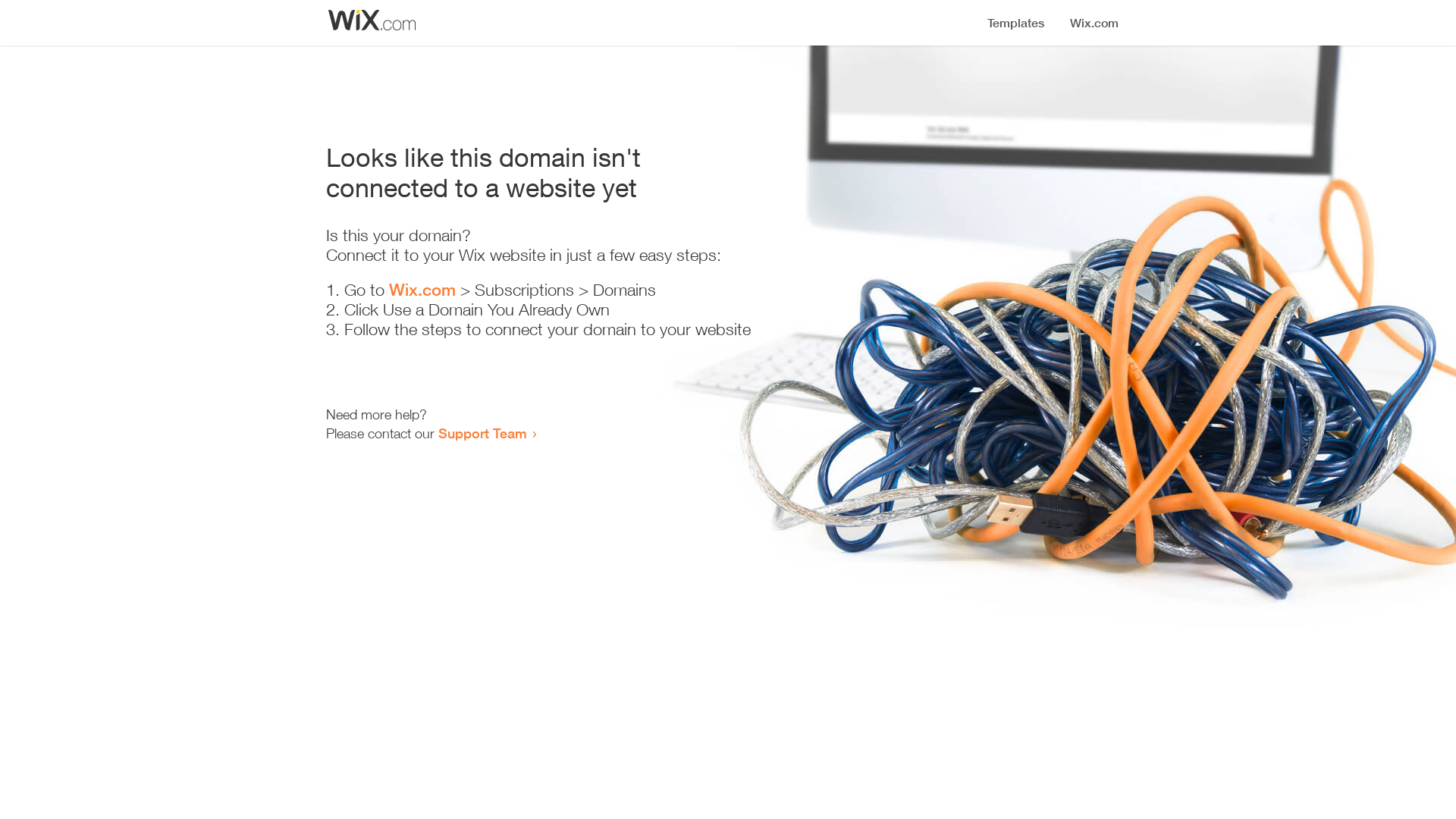 Image resolution: width=1456 pixels, height=819 pixels. Describe the element at coordinates (482, 432) in the screenshot. I see `'Support Team'` at that location.